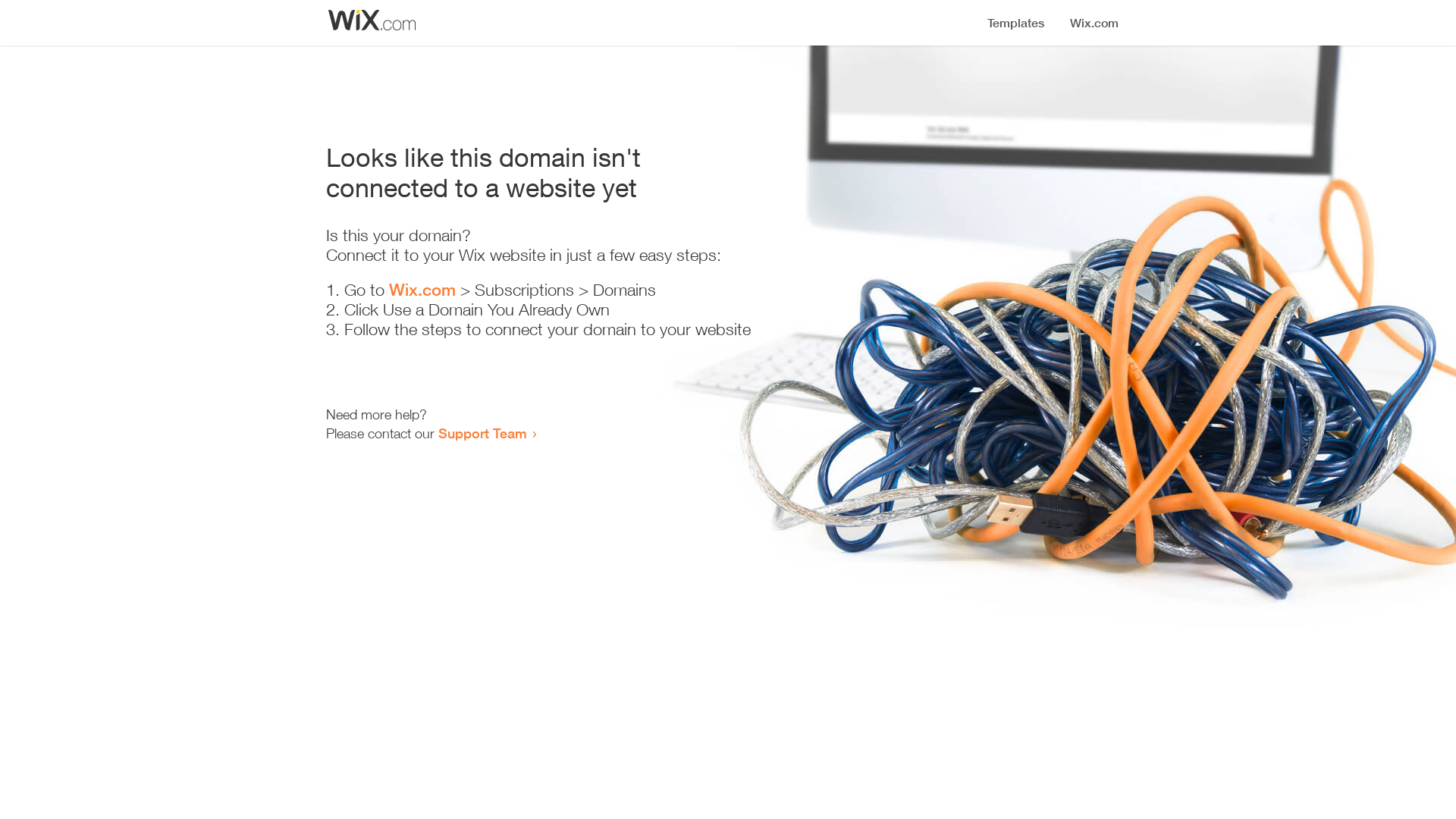 Image resolution: width=1456 pixels, height=819 pixels. Describe the element at coordinates (482, 432) in the screenshot. I see `'Support Team'` at that location.